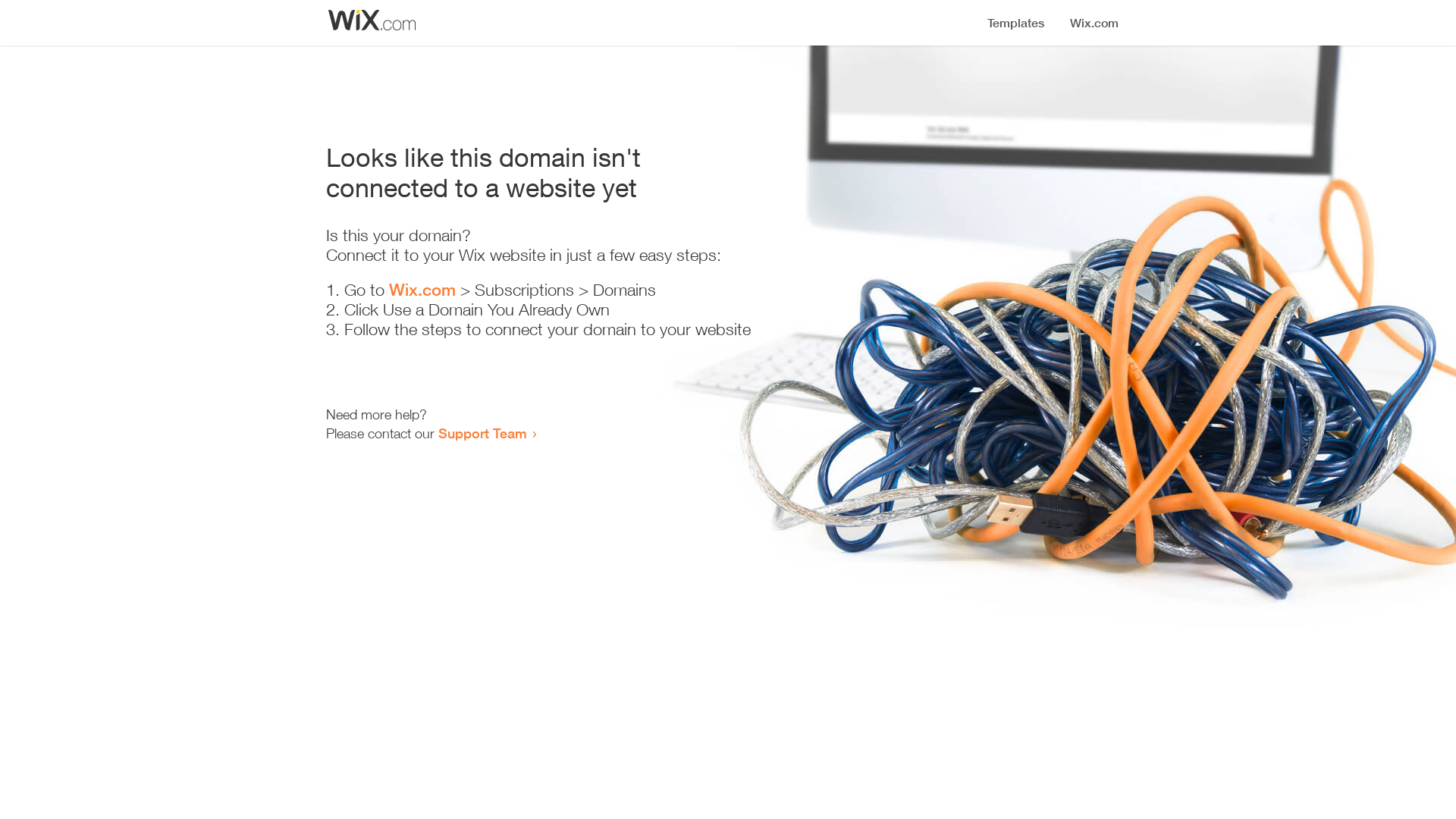 Image resolution: width=1456 pixels, height=819 pixels. Describe the element at coordinates (482, 432) in the screenshot. I see `'Support Team'` at that location.